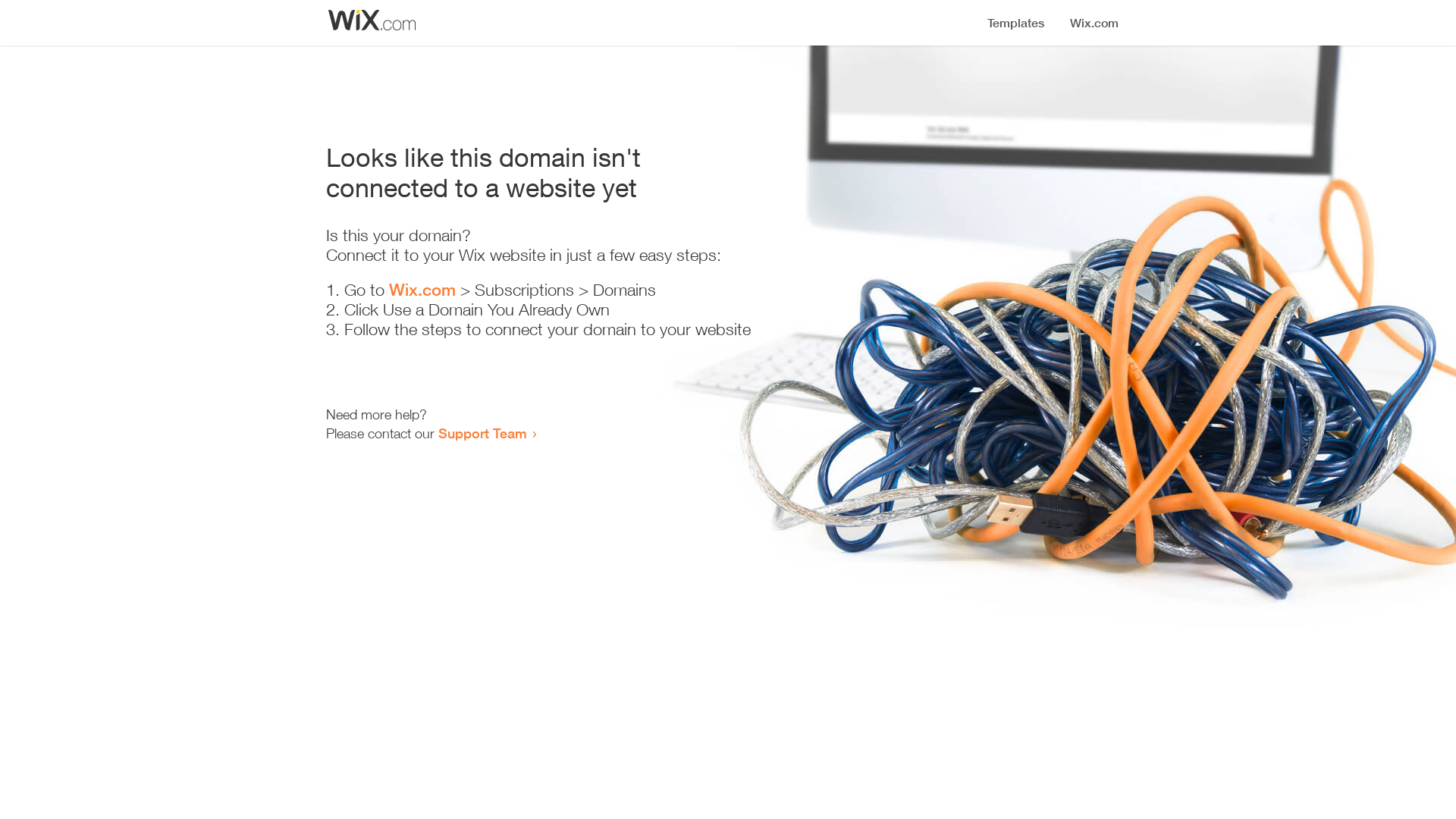 Image resolution: width=1456 pixels, height=819 pixels. Describe the element at coordinates (482, 432) in the screenshot. I see `'Support Team'` at that location.